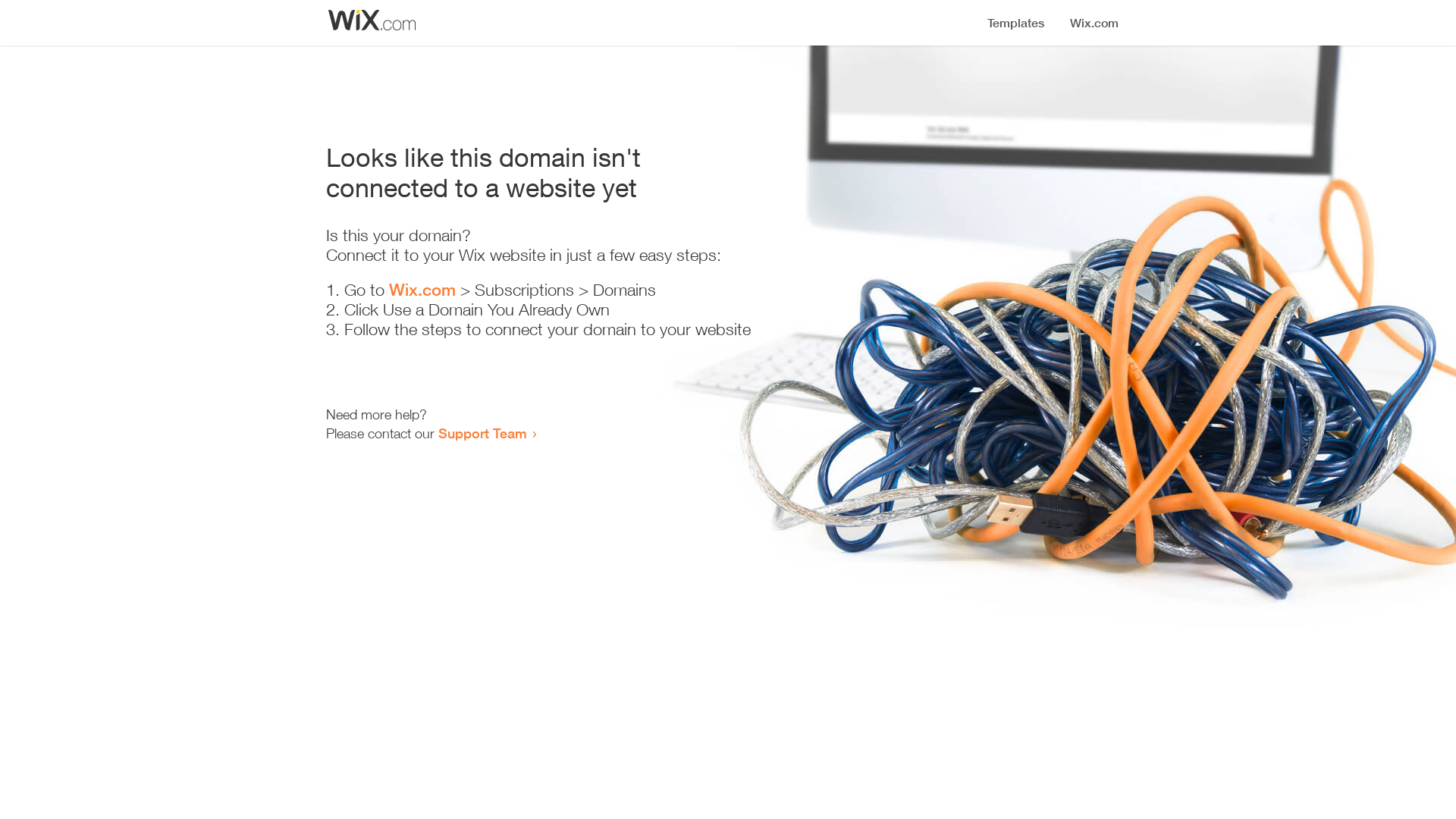 Image resolution: width=1456 pixels, height=819 pixels. Describe the element at coordinates (482, 432) in the screenshot. I see `'Support Team'` at that location.